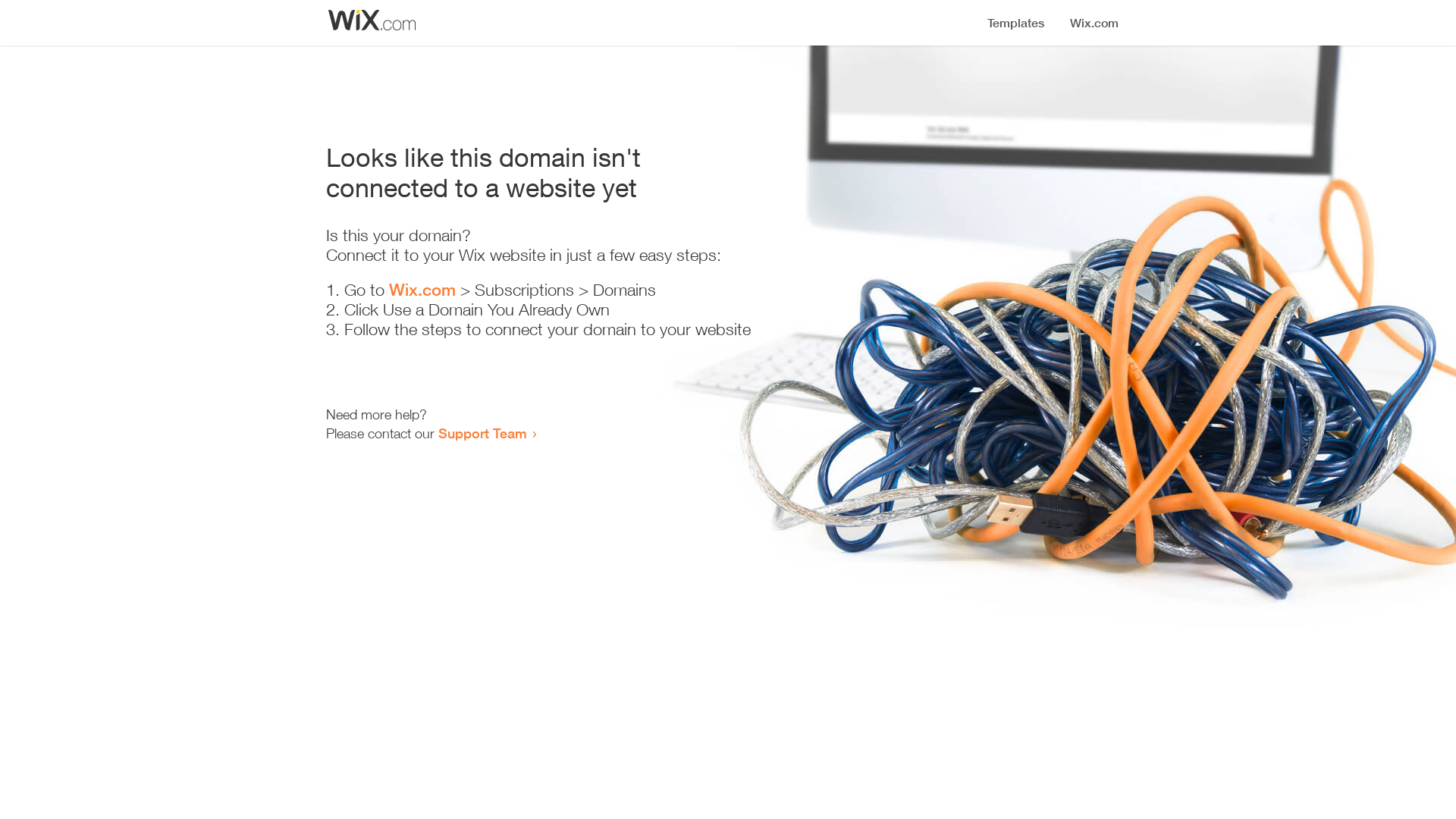 Image resolution: width=1456 pixels, height=819 pixels. Describe the element at coordinates (482, 432) in the screenshot. I see `'Support Team'` at that location.